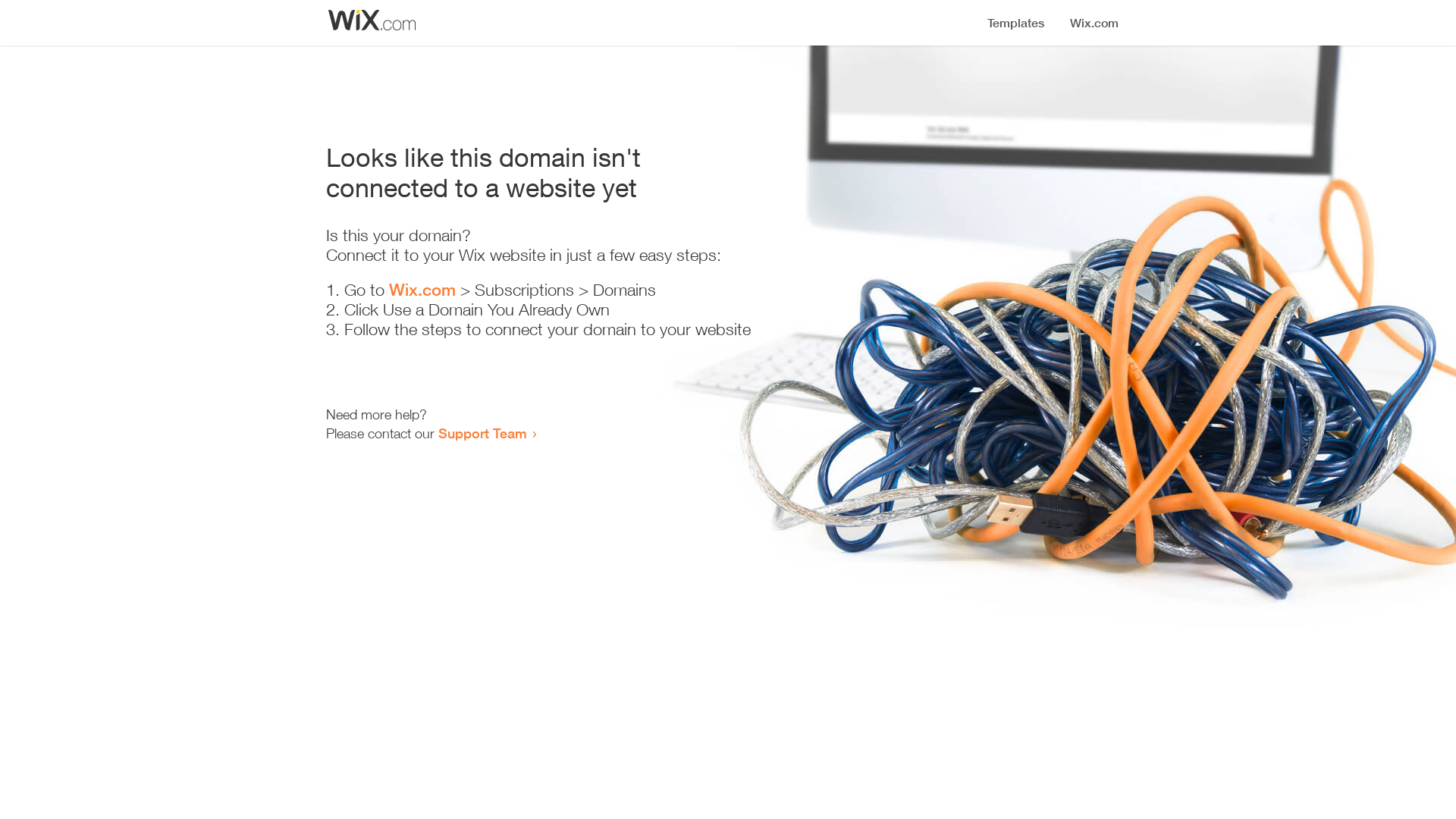 Image resolution: width=1456 pixels, height=819 pixels. Describe the element at coordinates (482, 432) in the screenshot. I see `'Support Team'` at that location.